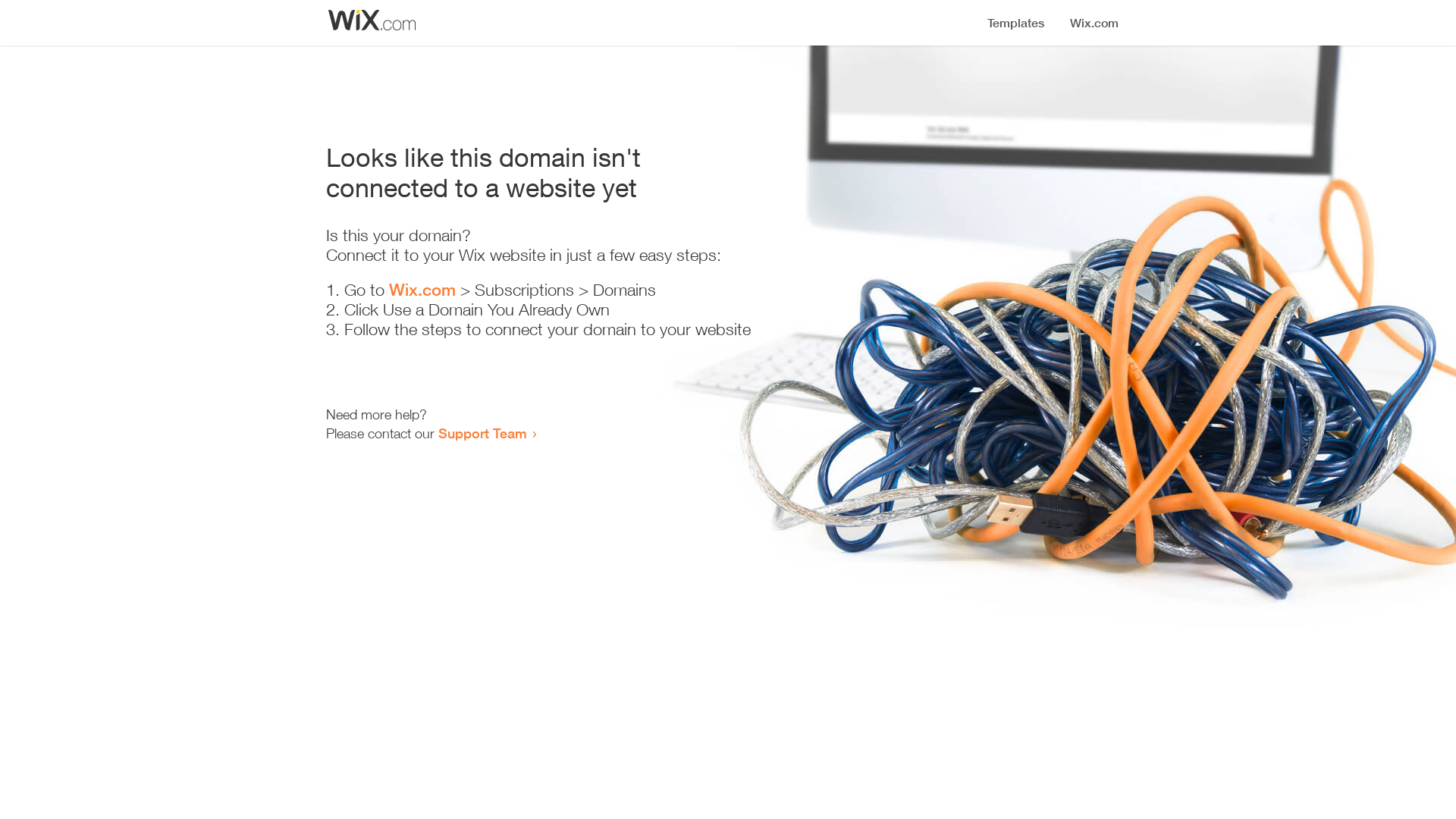 Image resolution: width=1456 pixels, height=819 pixels. Describe the element at coordinates (482, 432) in the screenshot. I see `'Support Team'` at that location.